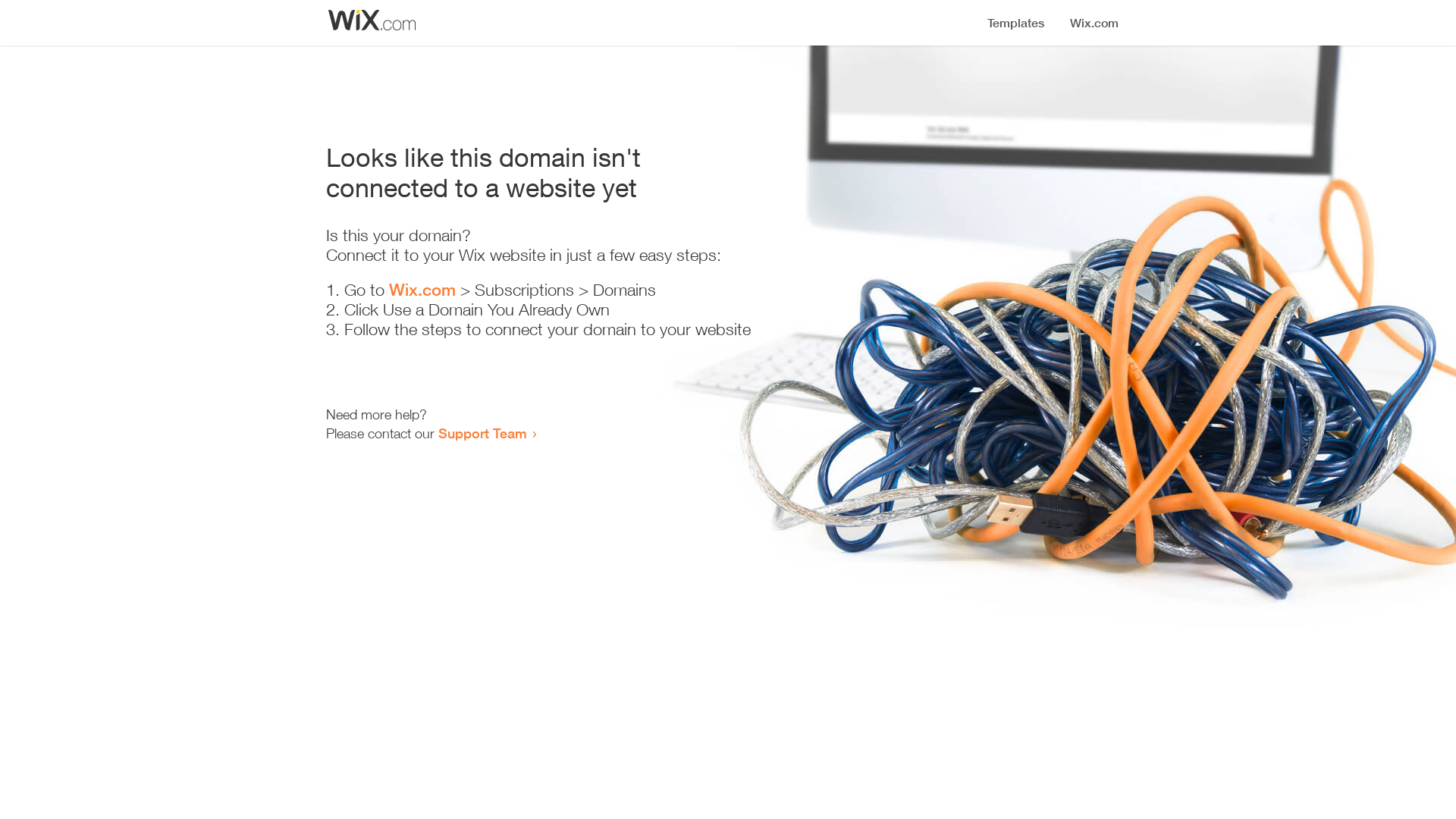 Image resolution: width=1456 pixels, height=819 pixels. Describe the element at coordinates (482, 432) in the screenshot. I see `'Support Team'` at that location.